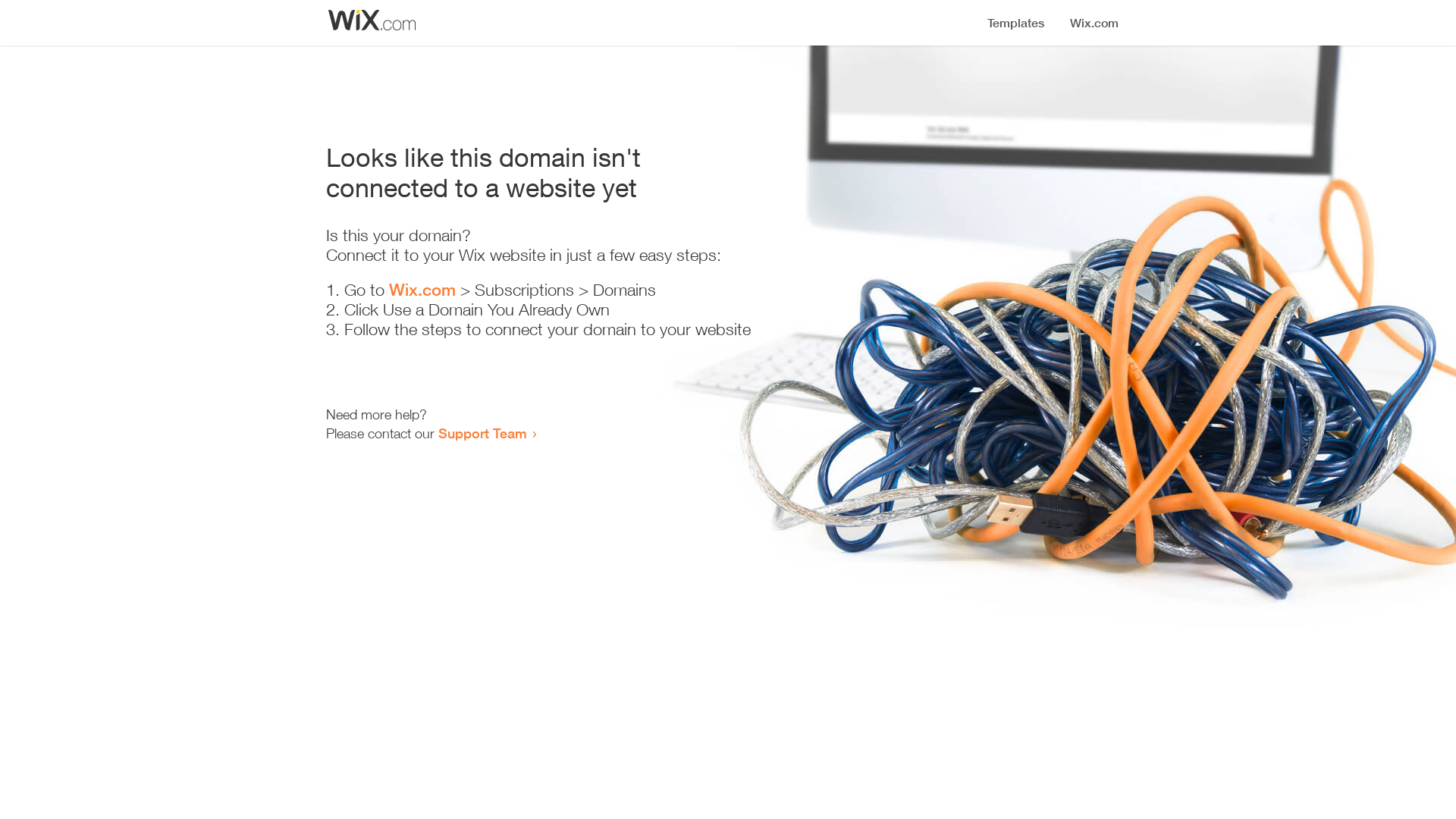 Image resolution: width=1456 pixels, height=819 pixels. Describe the element at coordinates (482, 432) in the screenshot. I see `'Support Team'` at that location.